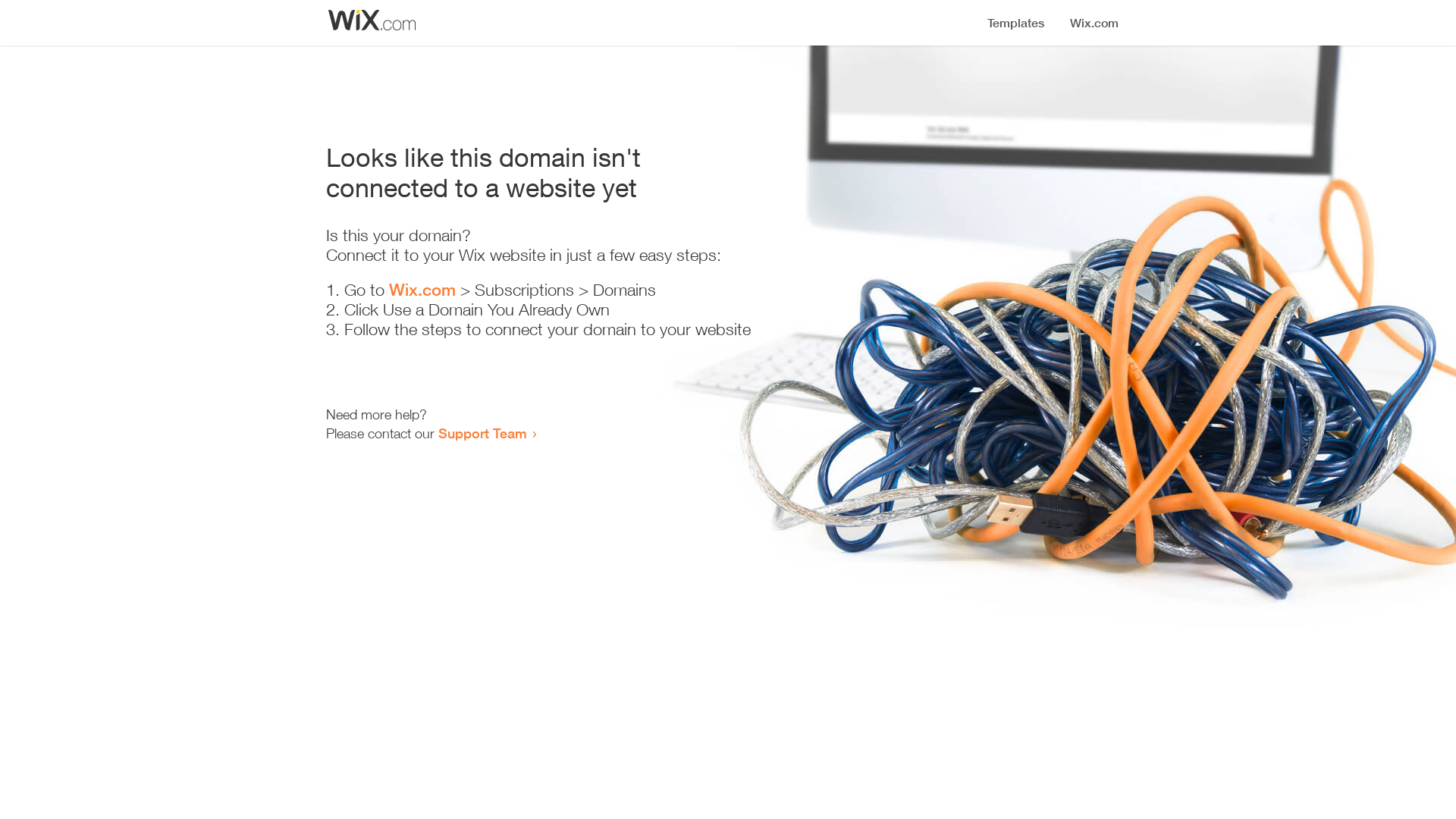 Image resolution: width=1456 pixels, height=819 pixels. Describe the element at coordinates (482, 432) in the screenshot. I see `'Support Team'` at that location.